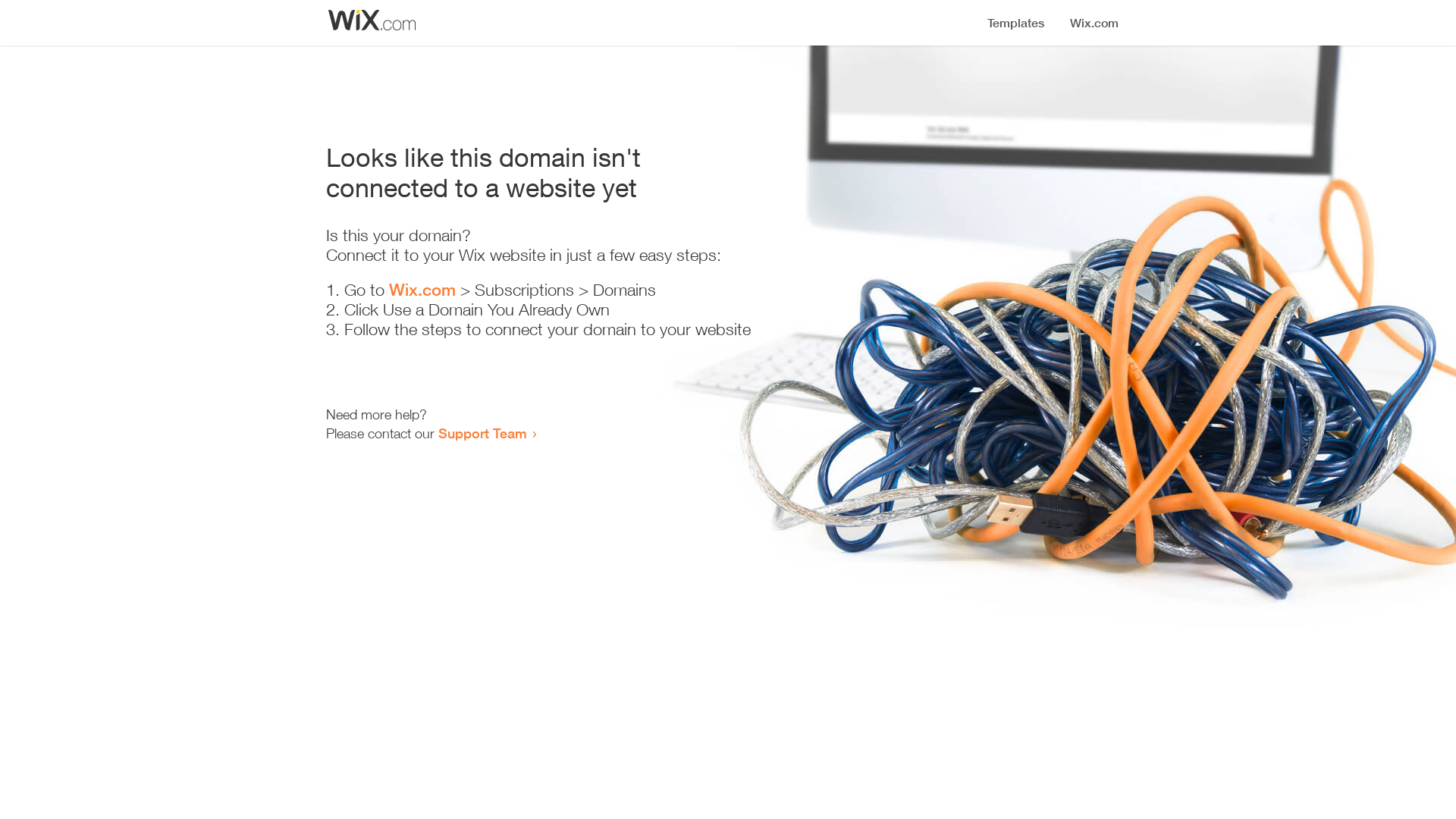 Image resolution: width=1456 pixels, height=819 pixels. Describe the element at coordinates (482, 432) in the screenshot. I see `'Support Team'` at that location.